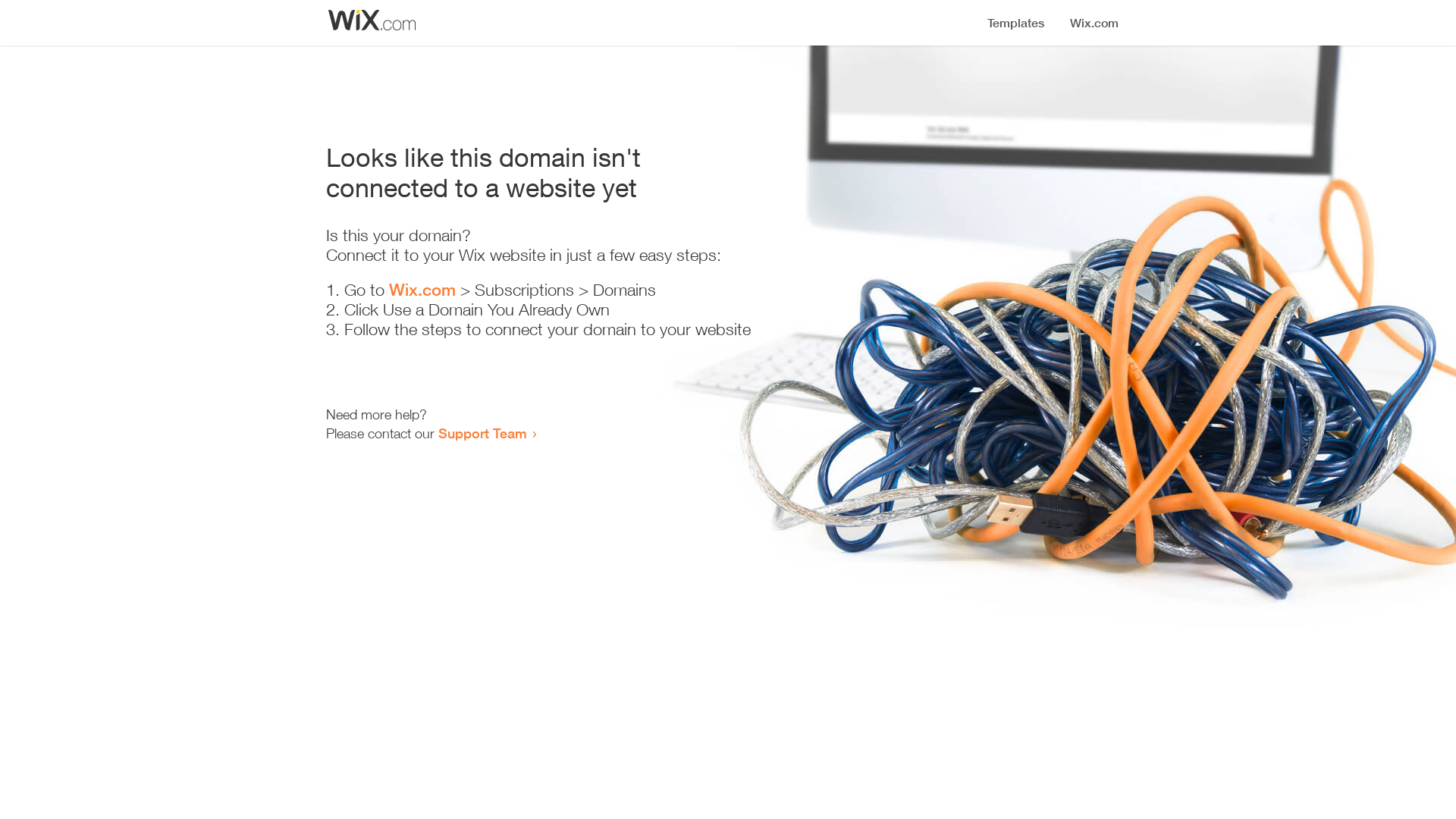 Image resolution: width=1456 pixels, height=819 pixels. Describe the element at coordinates (482, 432) in the screenshot. I see `'Support Team'` at that location.